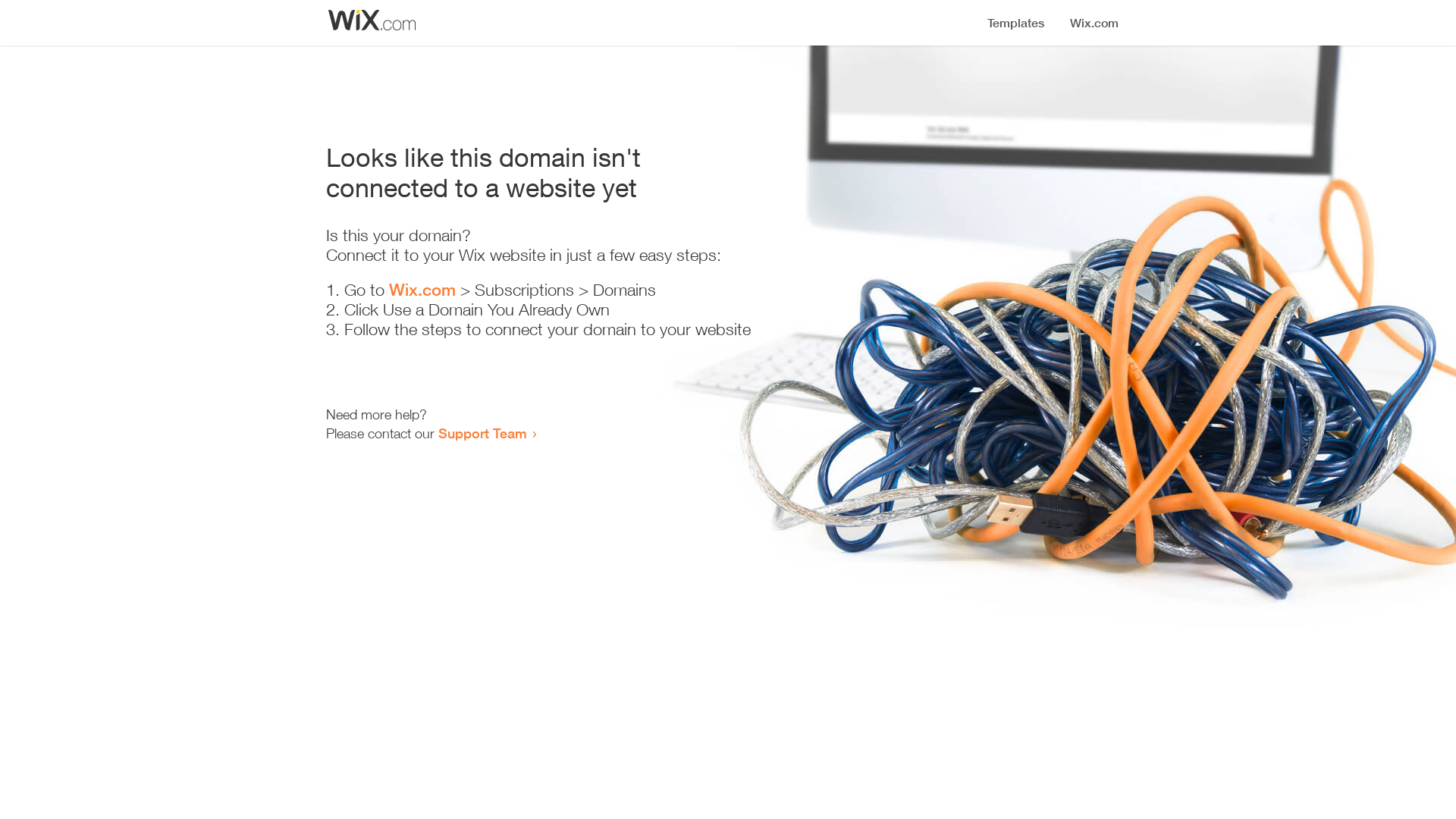 Image resolution: width=1456 pixels, height=819 pixels. Describe the element at coordinates (482, 432) in the screenshot. I see `'Support Team'` at that location.